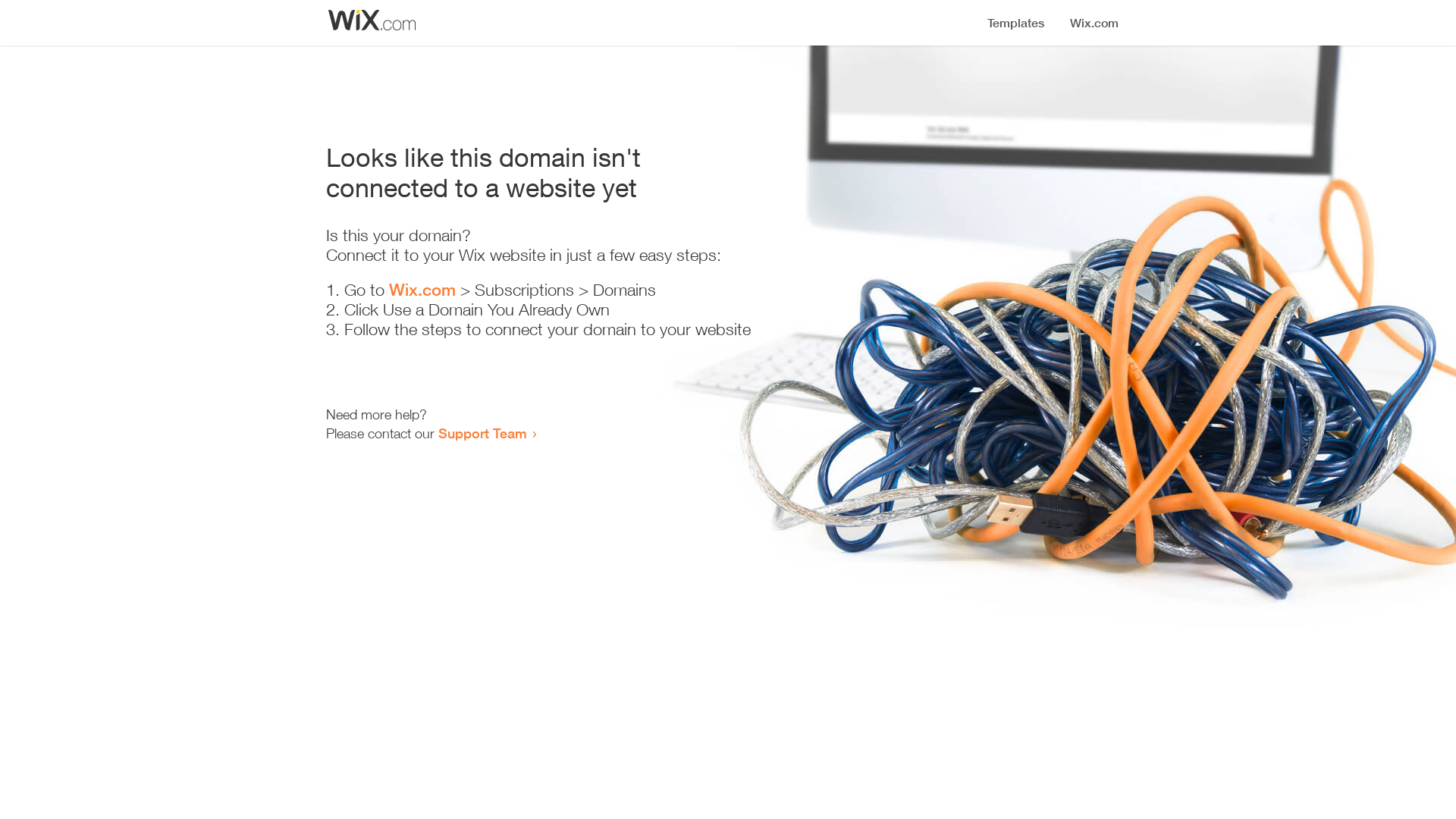 Image resolution: width=1456 pixels, height=819 pixels. Describe the element at coordinates (482, 432) in the screenshot. I see `'Support Team'` at that location.